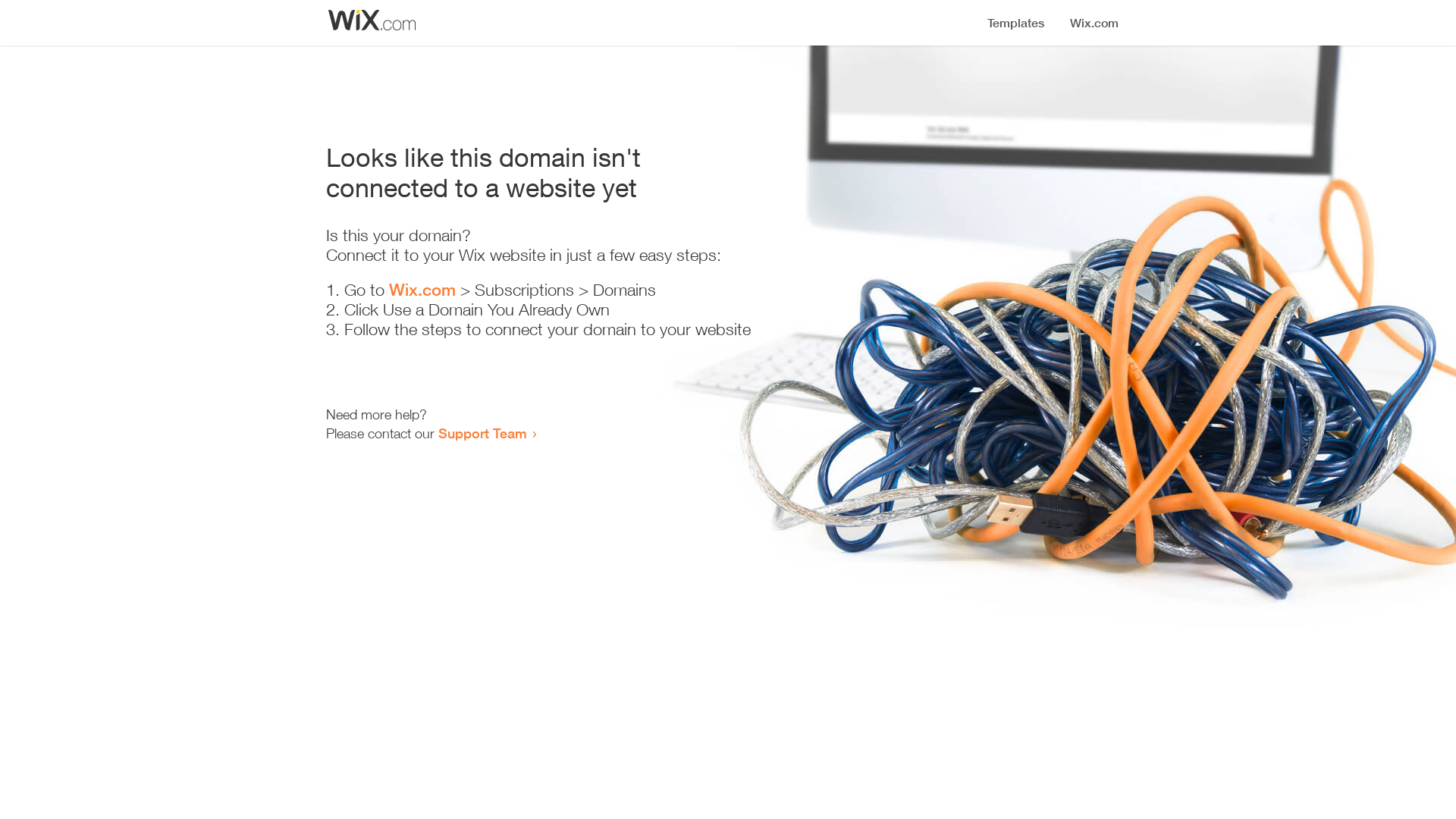 Image resolution: width=1456 pixels, height=819 pixels. Describe the element at coordinates (482, 432) in the screenshot. I see `'Support Team'` at that location.